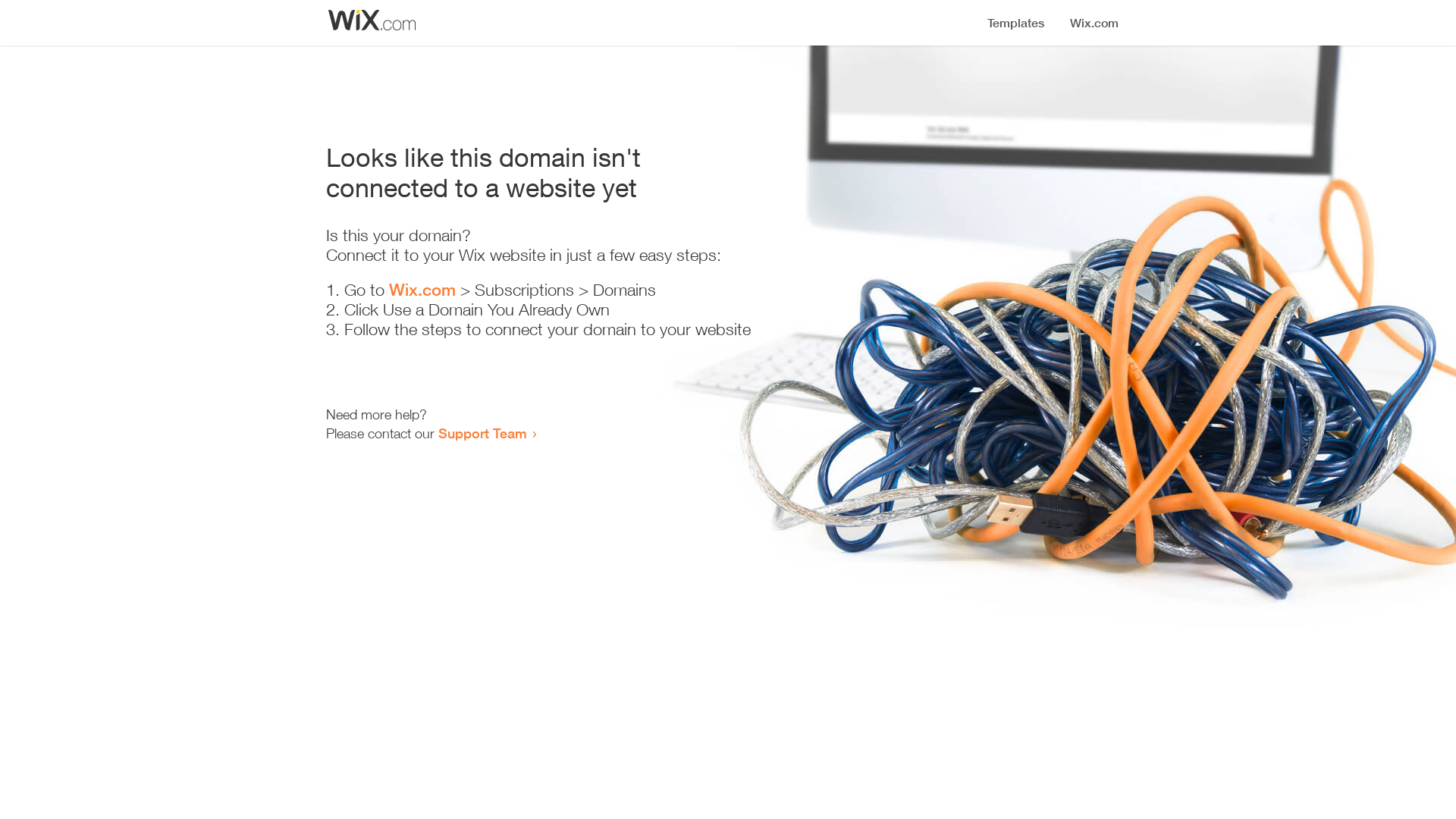 Image resolution: width=1456 pixels, height=819 pixels. Describe the element at coordinates (482, 432) in the screenshot. I see `'Support Team'` at that location.